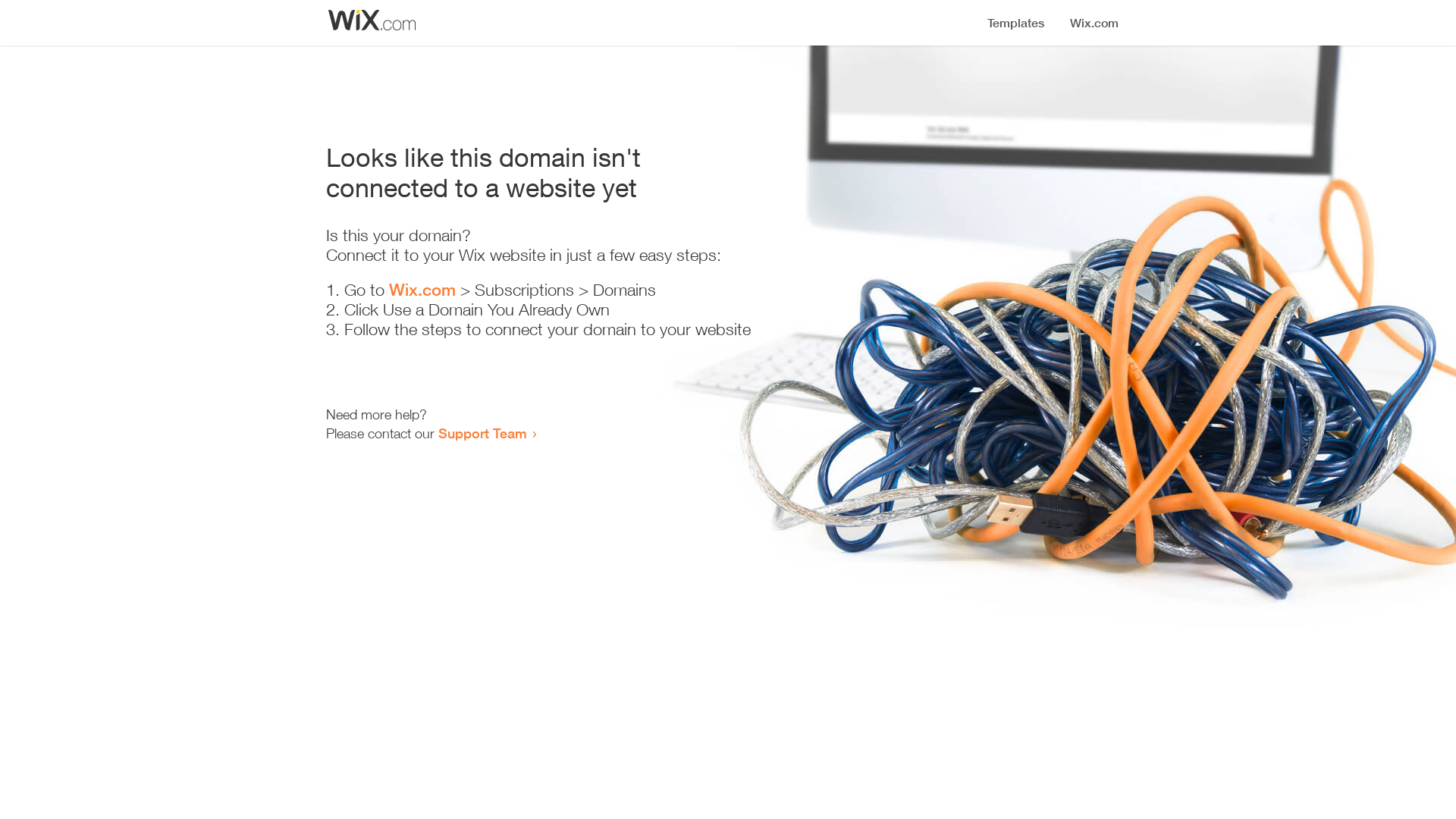 Image resolution: width=1456 pixels, height=819 pixels. Describe the element at coordinates (482, 432) in the screenshot. I see `'Support Team'` at that location.